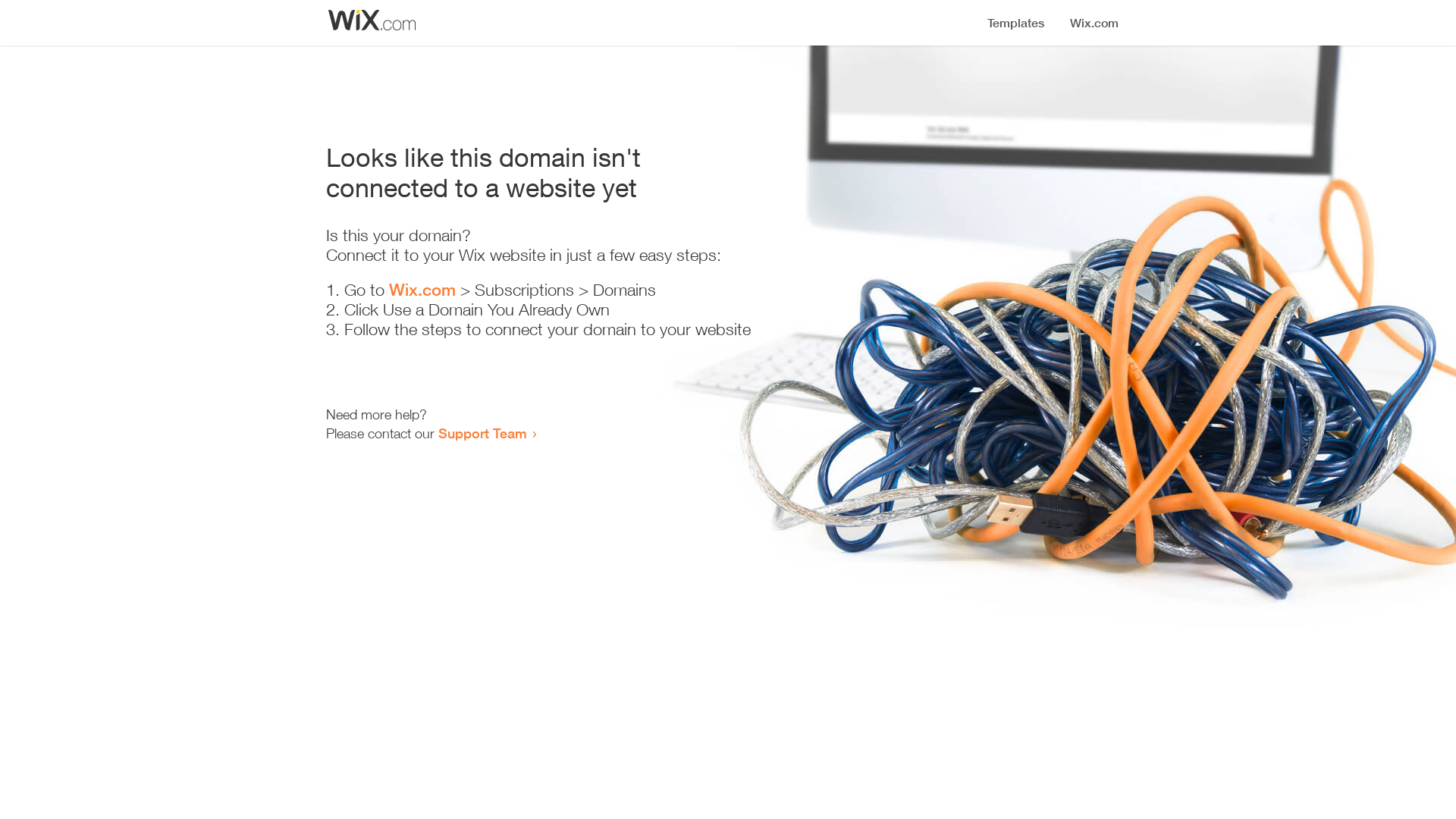 Image resolution: width=1456 pixels, height=819 pixels. Describe the element at coordinates (482, 432) in the screenshot. I see `'Support Team'` at that location.